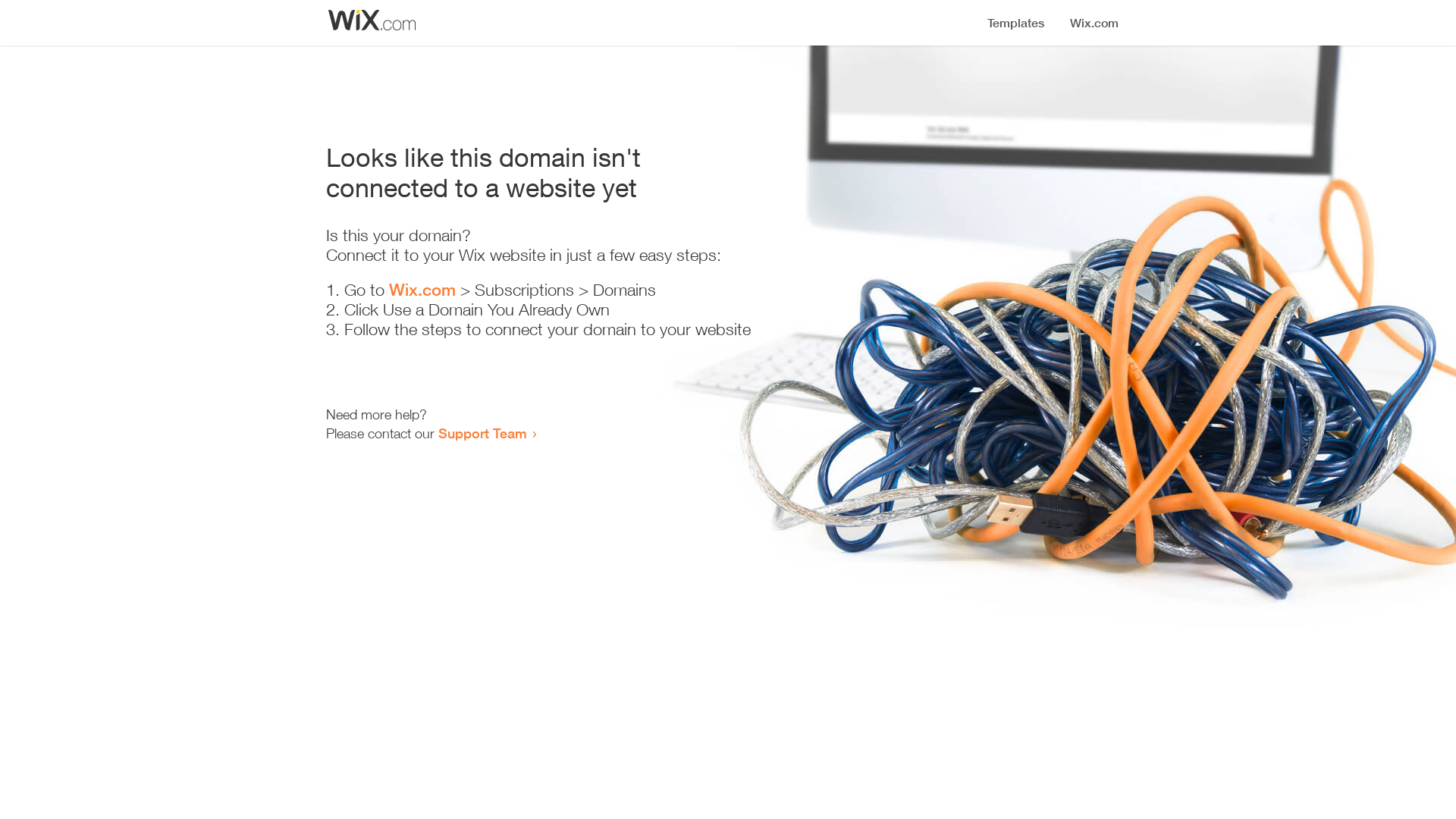 Image resolution: width=1456 pixels, height=819 pixels. Describe the element at coordinates (482, 432) in the screenshot. I see `'Support Team'` at that location.